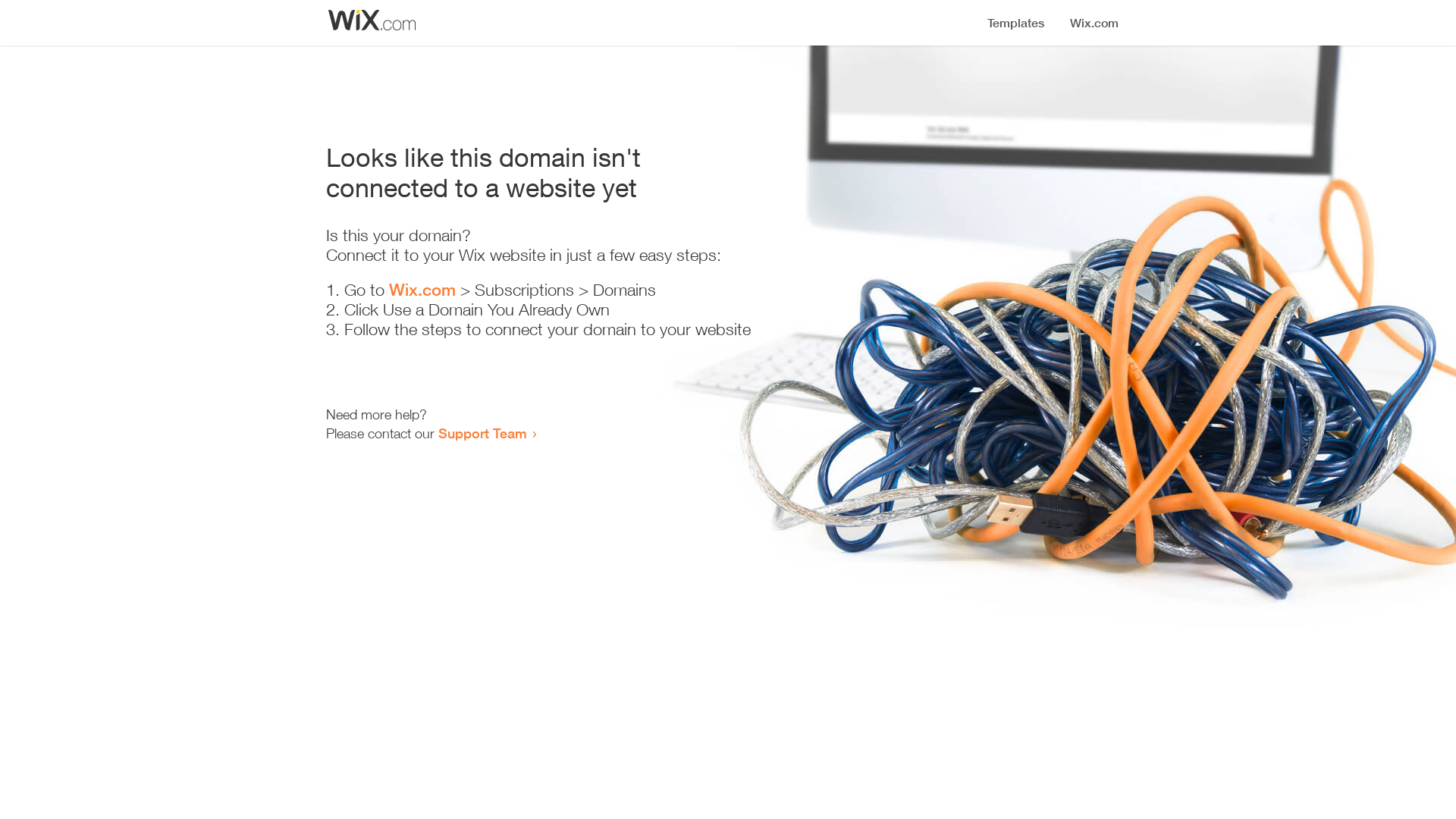 Image resolution: width=1456 pixels, height=819 pixels. Describe the element at coordinates (482, 432) in the screenshot. I see `'Support Team'` at that location.